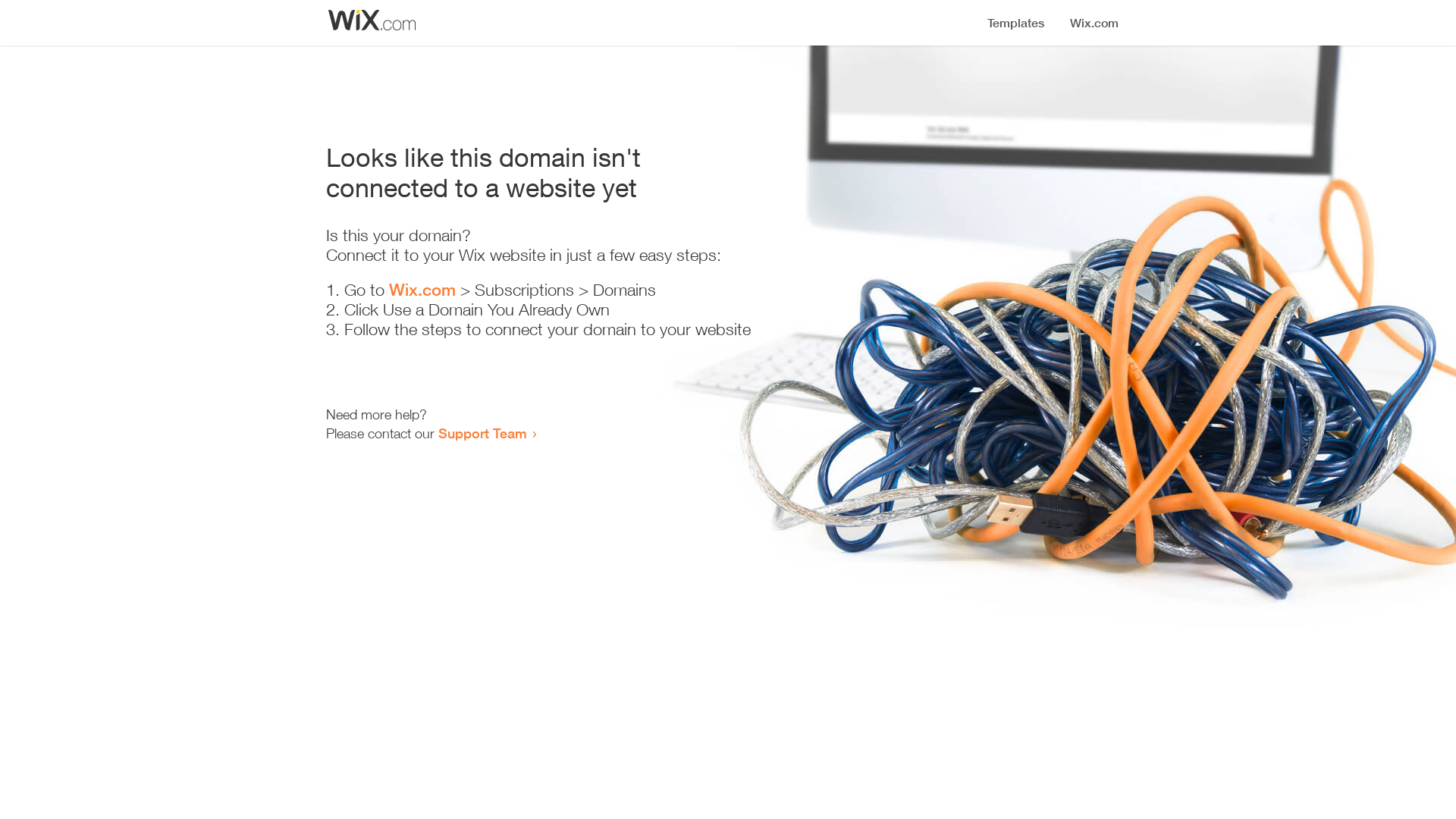 Image resolution: width=1456 pixels, height=819 pixels. Describe the element at coordinates (482, 432) in the screenshot. I see `'Support Team'` at that location.